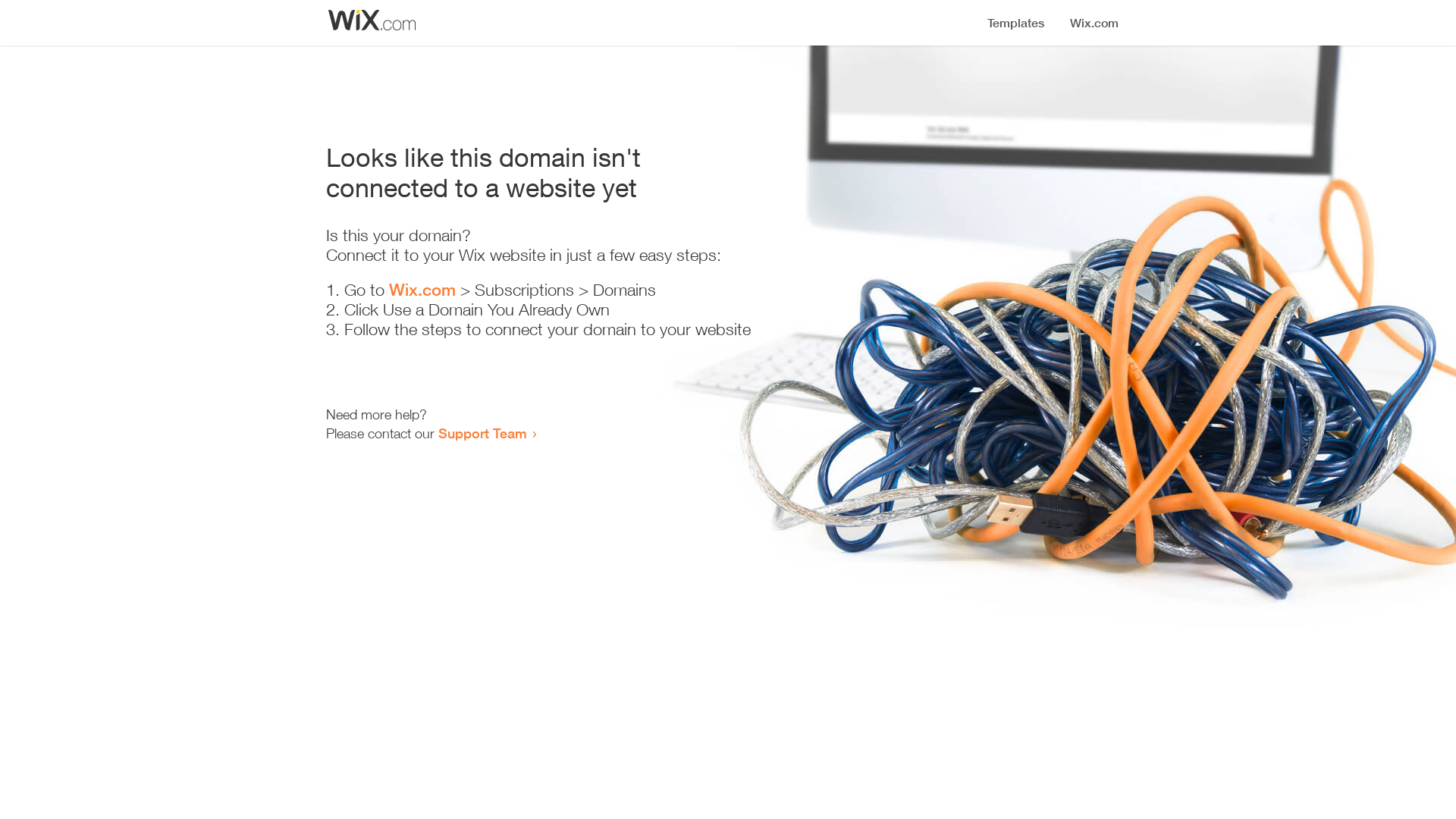 Image resolution: width=1456 pixels, height=819 pixels. Describe the element at coordinates (482, 432) in the screenshot. I see `'Support Team'` at that location.